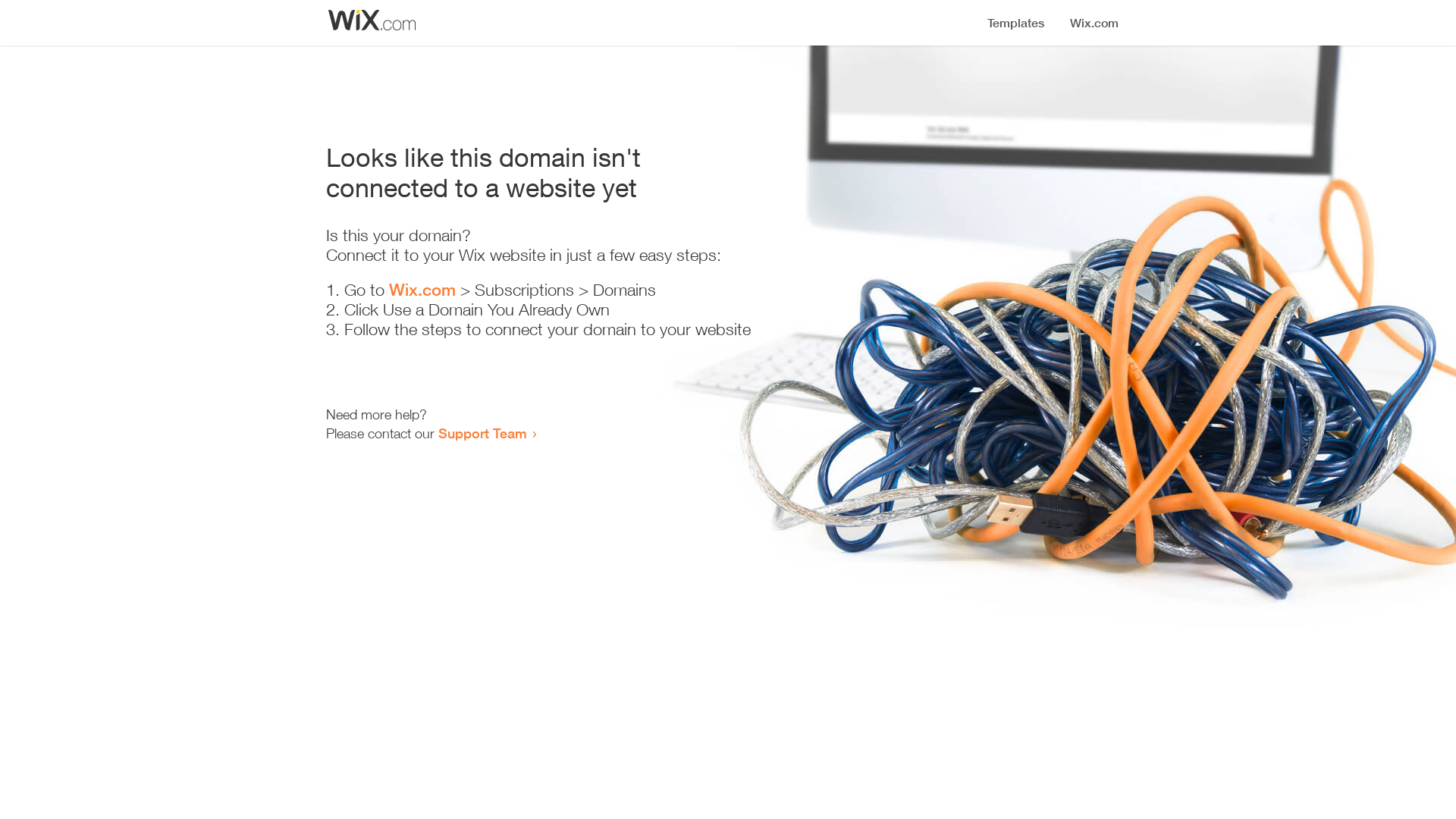 Image resolution: width=1456 pixels, height=819 pixels. Describe the element at coordinates (482, 432) in the screenshot. I see `'Support Team'` at that location.